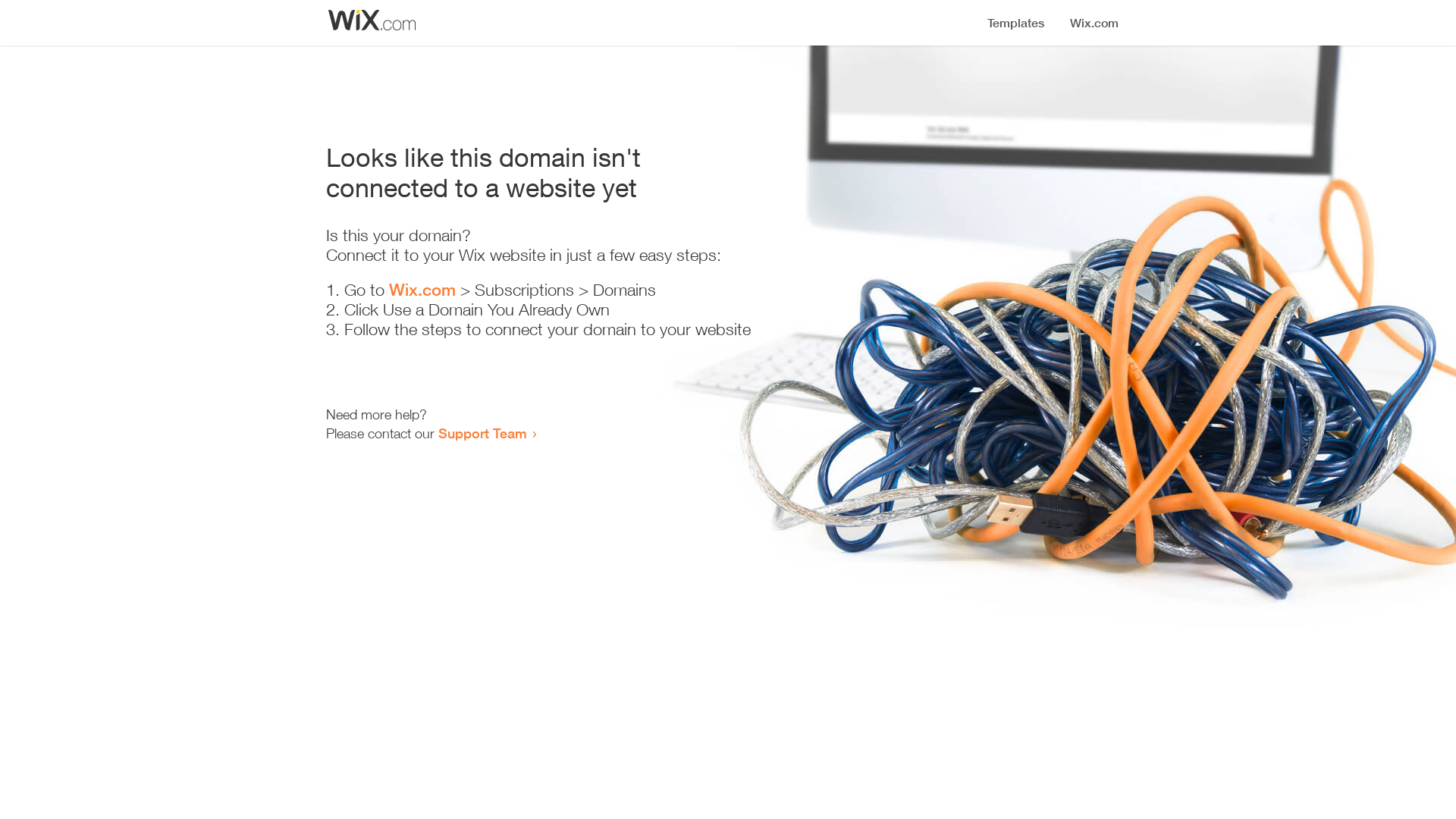 Image resolution: width=1456 pixels, height=819 pixels. Describe the element at coordinates (482, 432) in the screenshot. I see `'Support Team'` at that location.